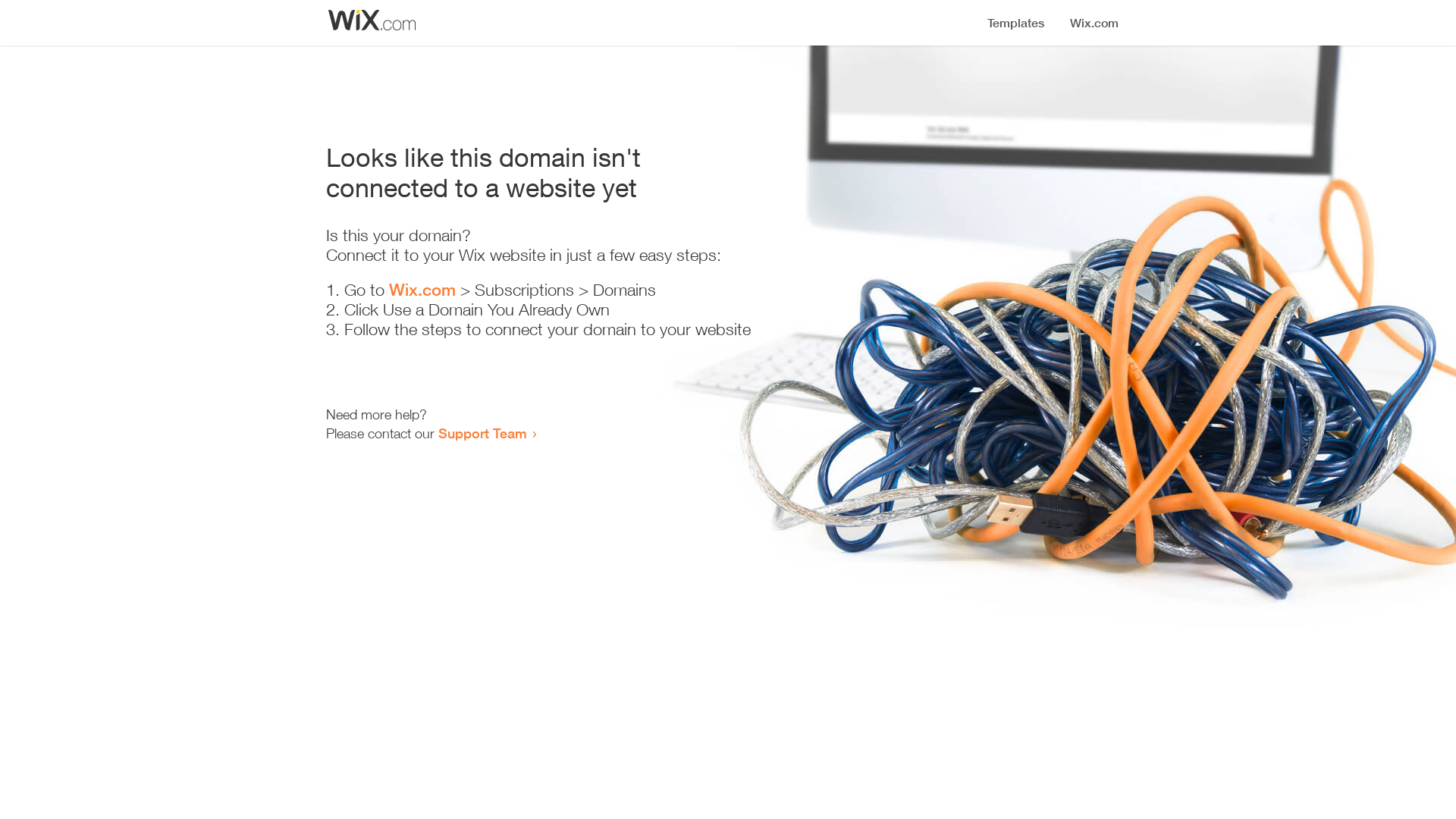 Image resolution: width=1456 pixels, height=819 pixels. Describe the element at coordinates (482, 432) in the screenshot. I see `'Support Team'` at that location.